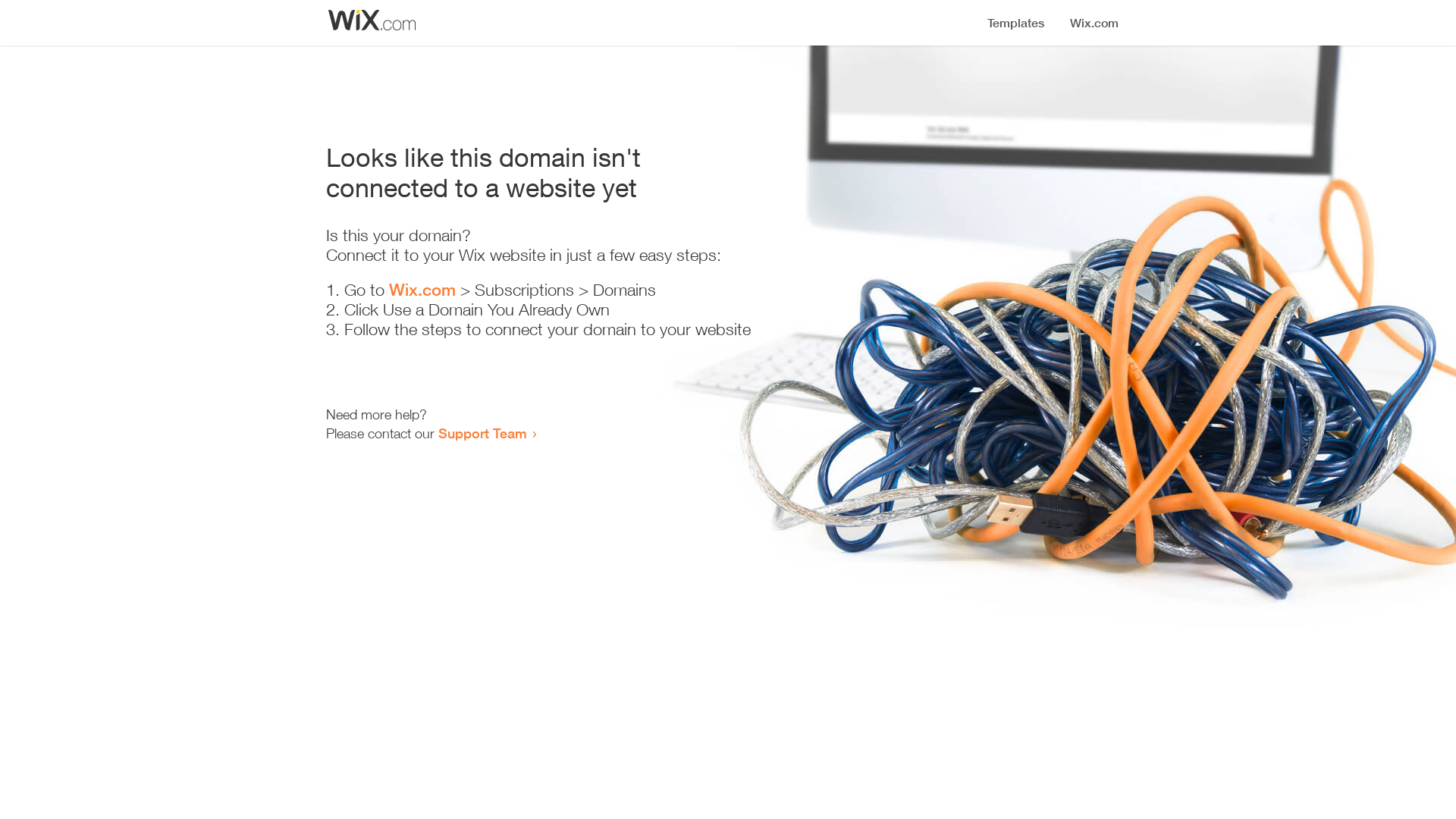 Image resolution: width=1456 pixels, height=819 pixels. Describe the element at coordinates (482, 432) in the screenshot. I see `'Support Team'` at that location.